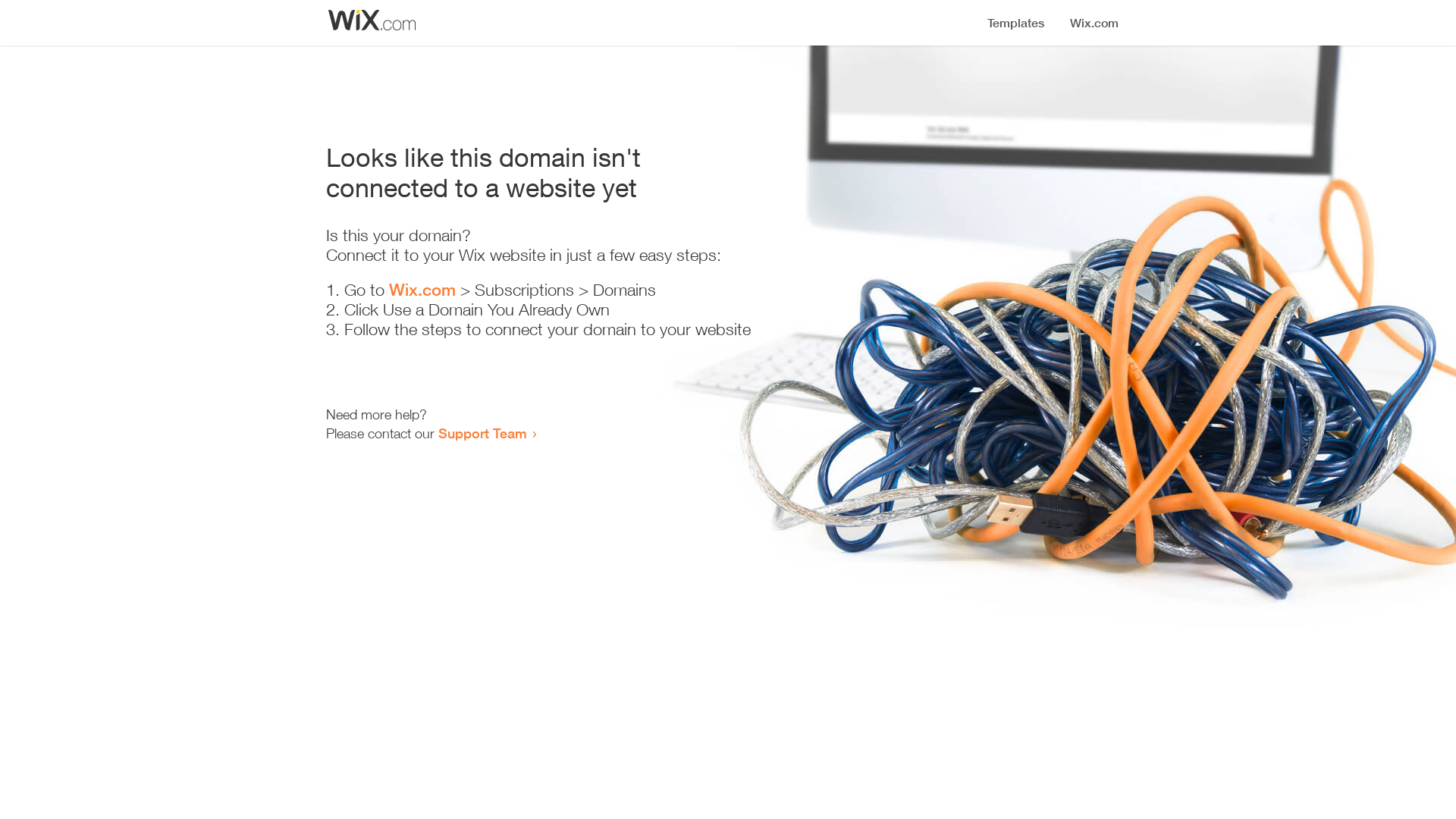 Image resolution: width=1456 pixels, height=819 pixels. Describe the element at coordinates (482, 432) in the screenshot. I see `'Support Team'` at that location.